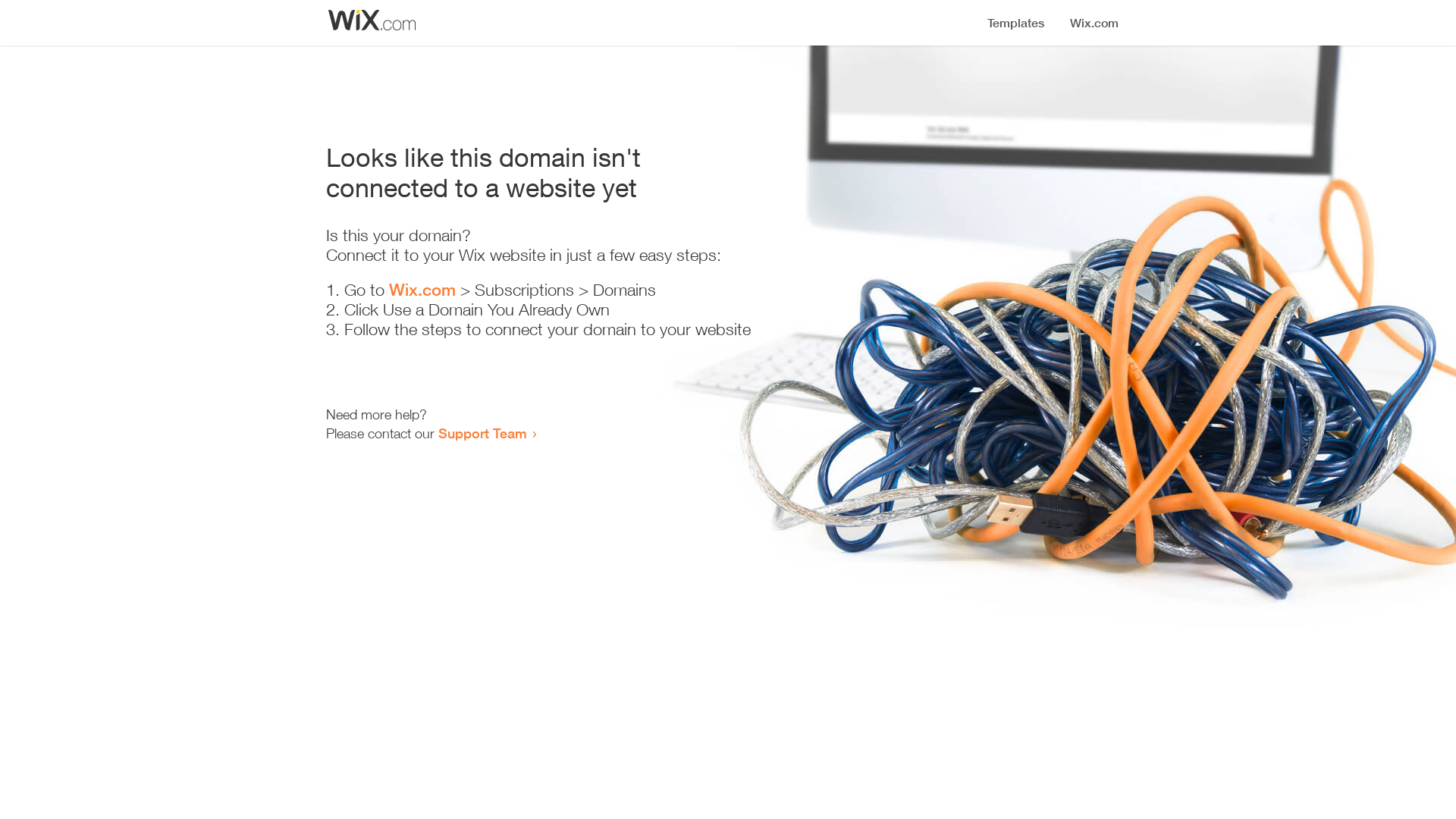 Image resolution: width=1456 pixels, height=819 pixels. Describe the element at coordinates (482, 432) in the screenshot. I see `'Support Team'` at that location.